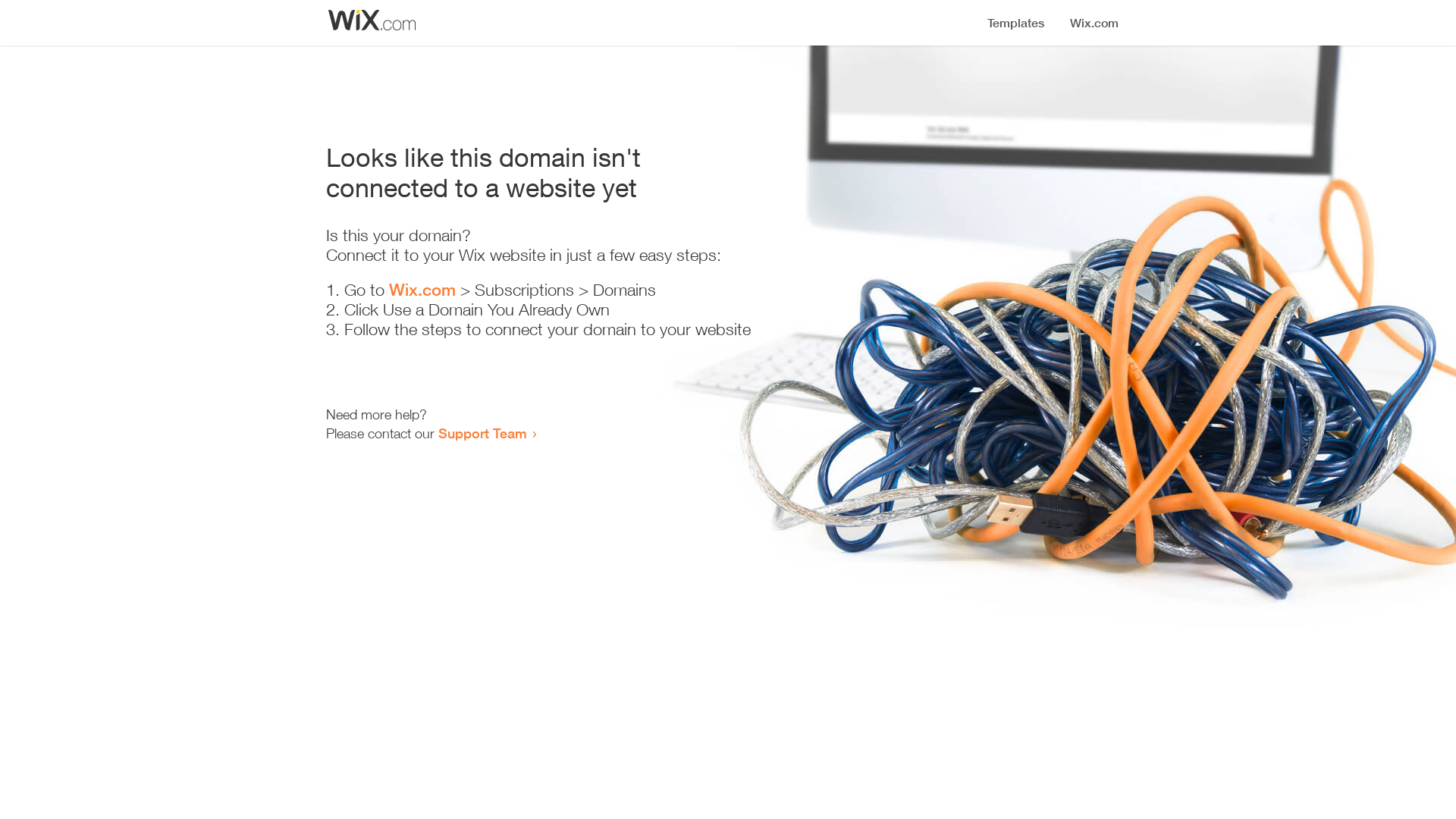 Image resolution: width=1456 pixels, height=819 pixels. Describe the element at coordinates (482, 432) in the screenshot. I see `'Support Team'` at that location.